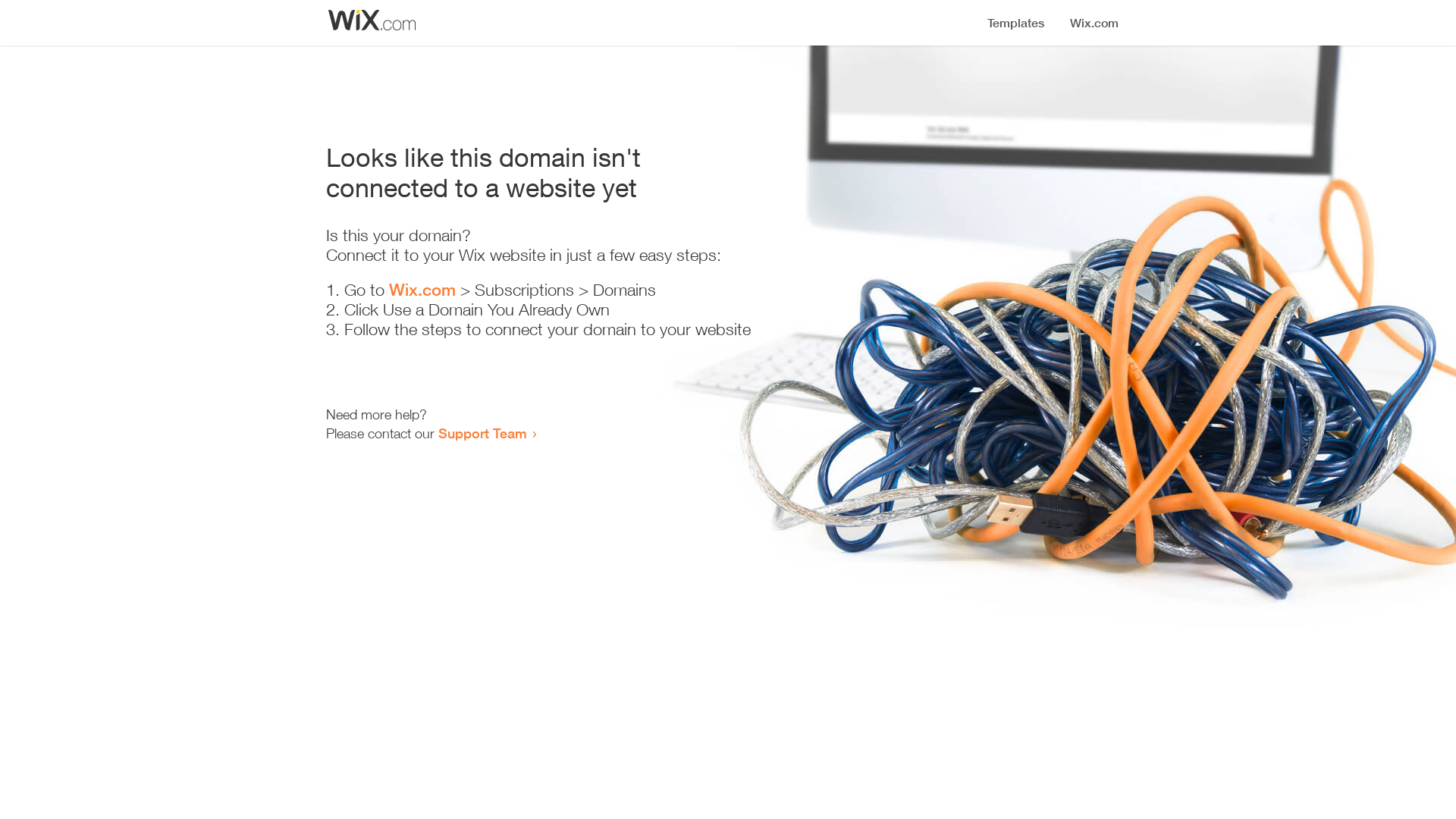 Image resolution: width=1456 pixels, height=819 pixels. Describe the element at coordinates (482, 432) in the screenshot. I see `'Support Team'` at that location.